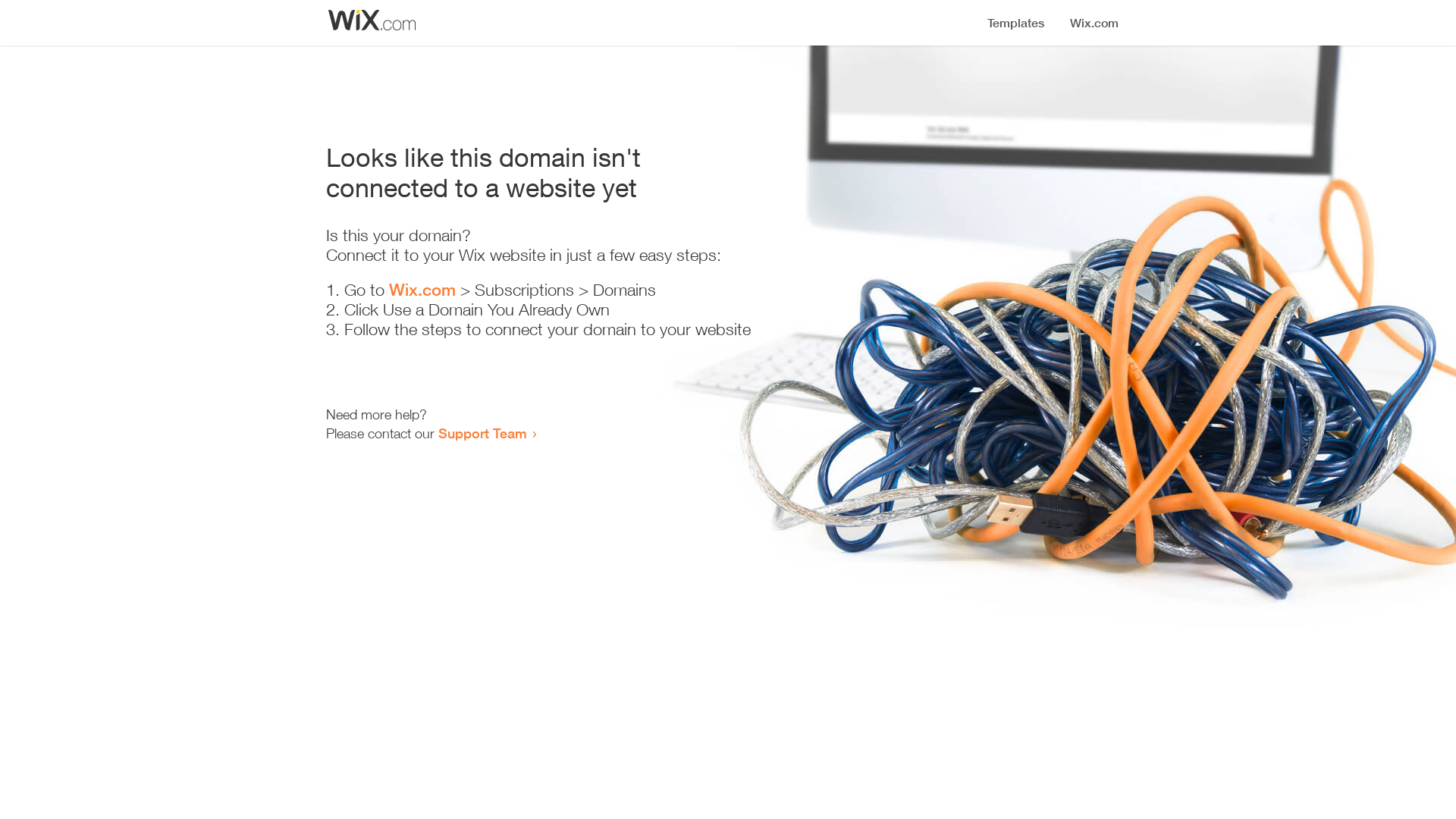 Image resolution: width=1456 pixels, height=819 pixels. Describe the element at coordinates (482, 432) in the screenshot. I see `'Support Team'` at that location.